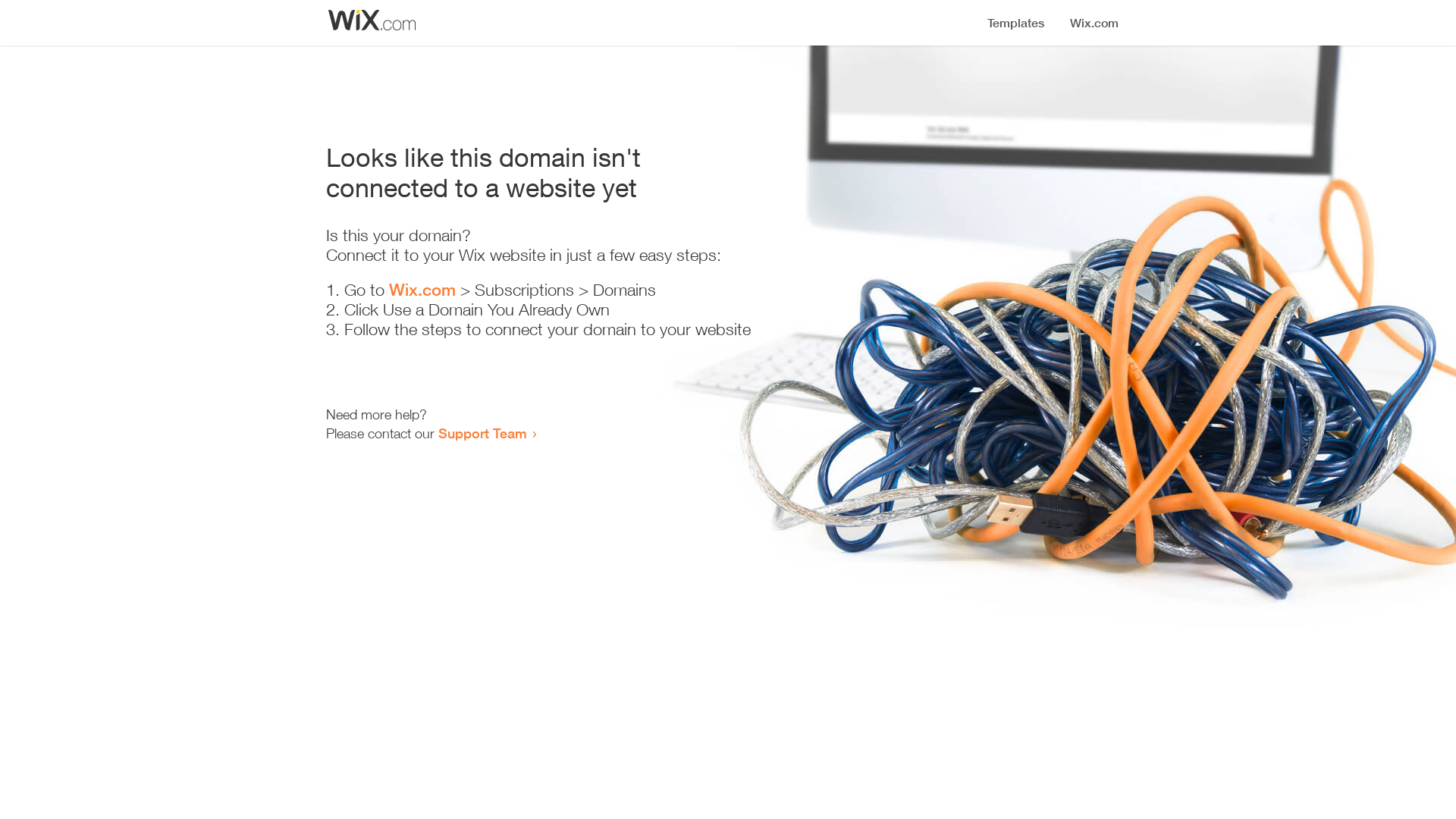 Image resolution: width=1456 pixels, height=819 pixels. Describe the element at coordinates (482, 432) in the screenshot. I see `'Support Team'` at that location.